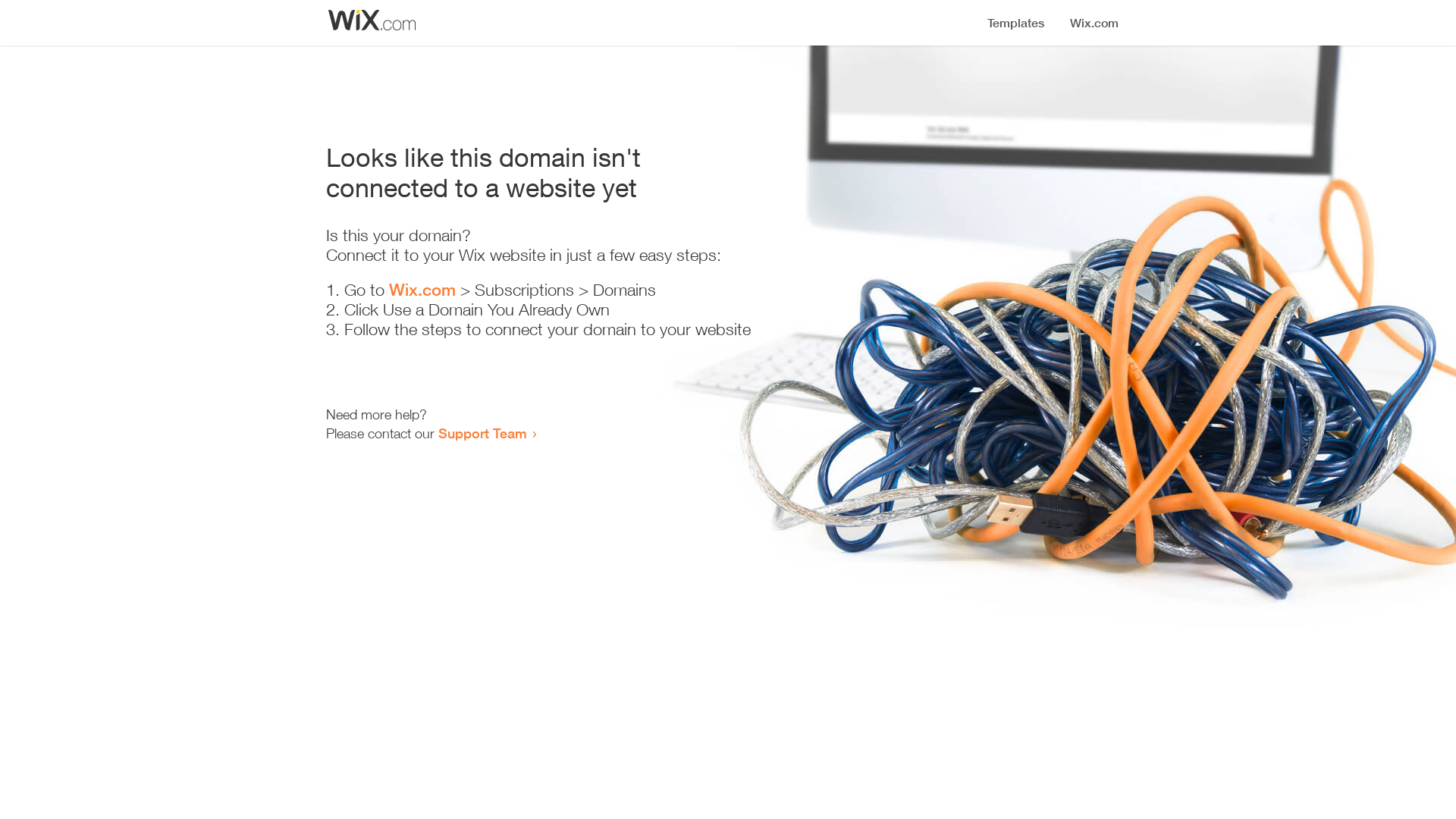 Image resolution: width=1456 pixels, height=819 pixels. Describe the element at coordinates (482, 432) in the screenshot. I see `'Support Team'` at that location.